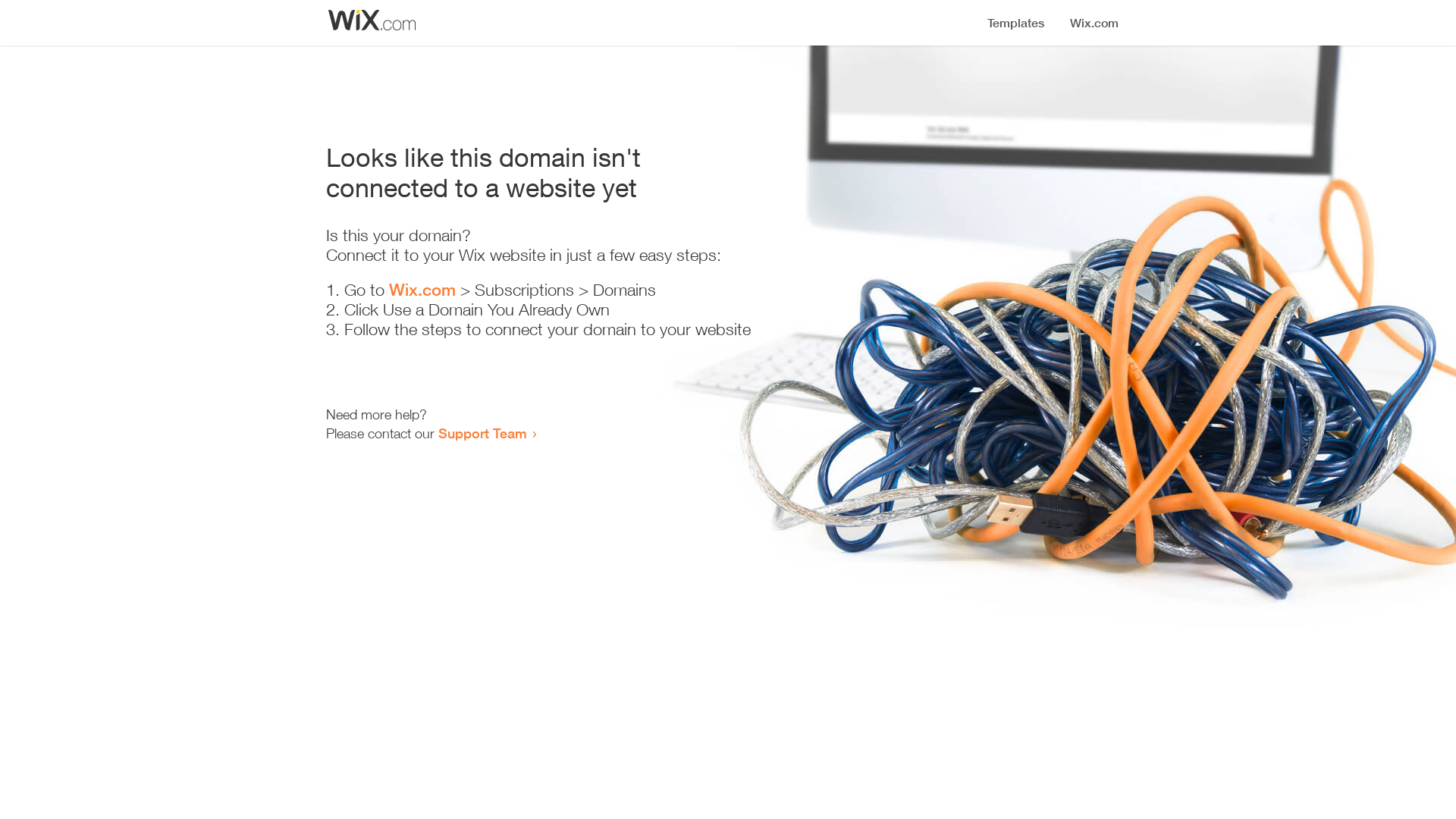 Image resolution: width=1456 pixels, height=819 pixels. Describe the element at coordinates (482, 432) in the screenshot. I see `'Support Team'` at that location.